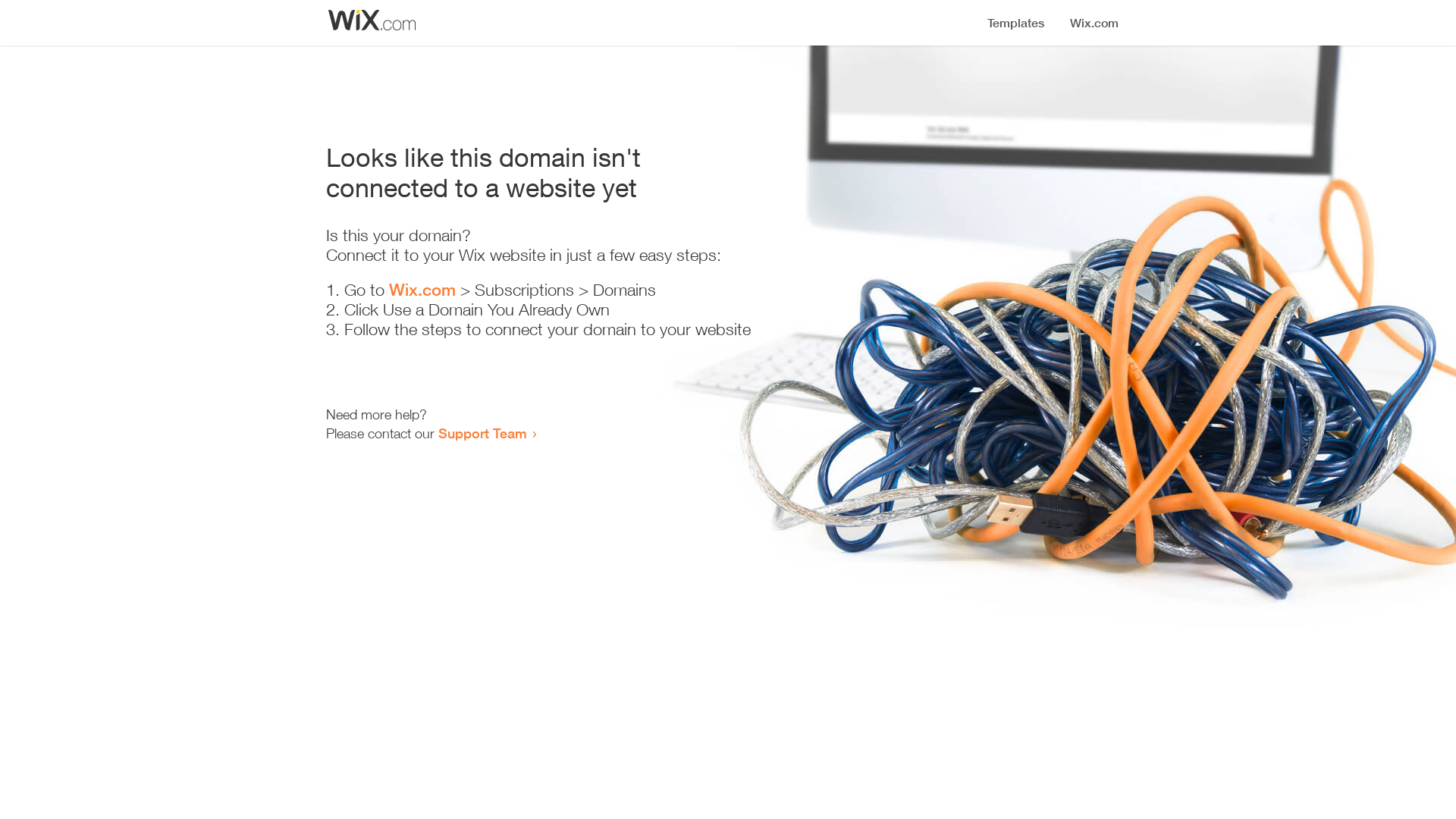 Image resolution: width=1456 pixels, height=819 pixels. Describe the element at coordinates (482, 432) in the screenshot. I see `'Support Team'` at that location.